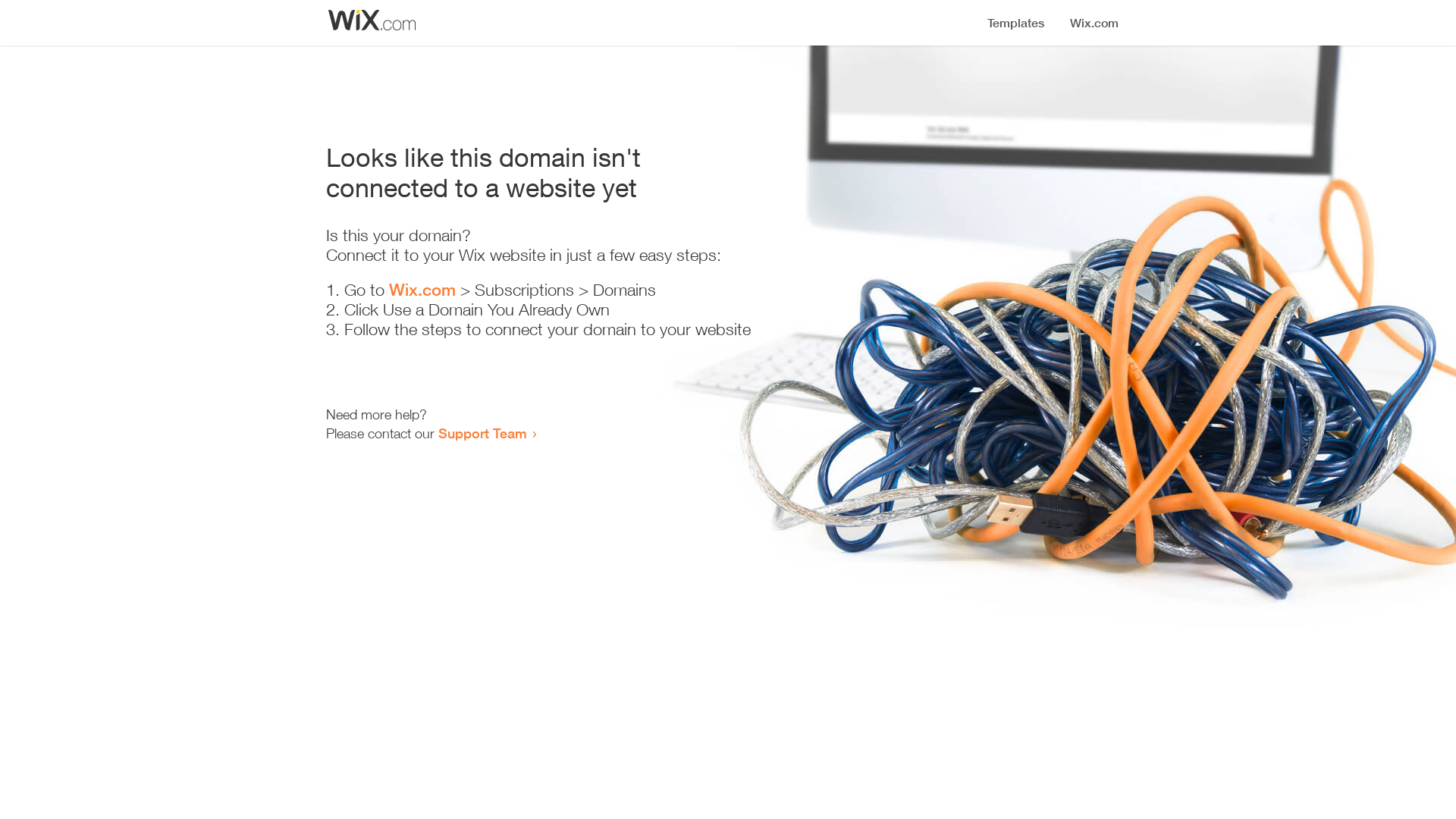 Image resolution: width=1456 pixels, height=819 pixels. Describe the element at coordinates (482, 432) in the screenshot. I see `'Support Team'` at that location.